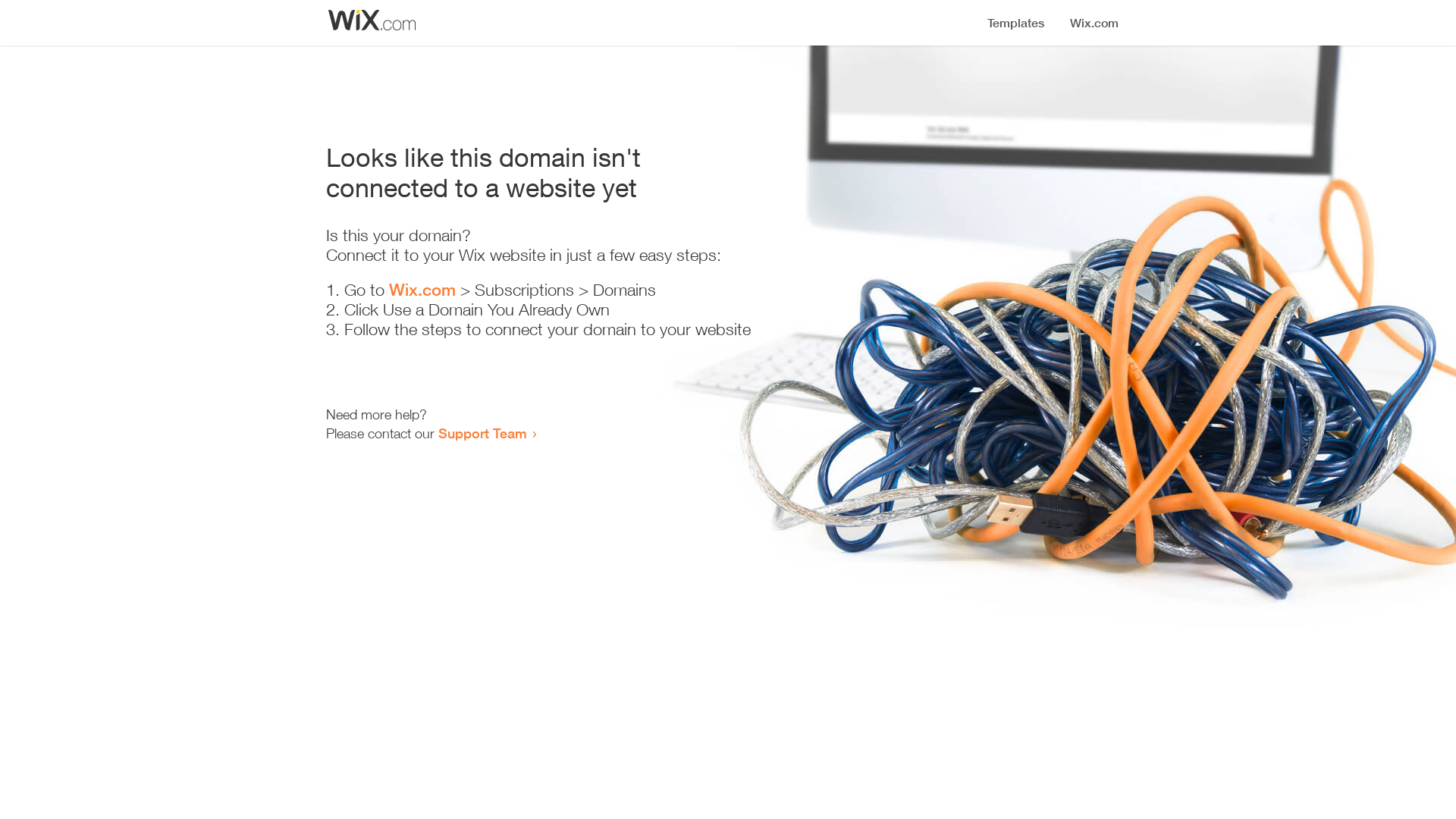 Image resolution: width=1456 pixels, height=819 pixels. Describe the element at coordinates (482, 432) in the screenshot. I see `'Support Team'` at that location.